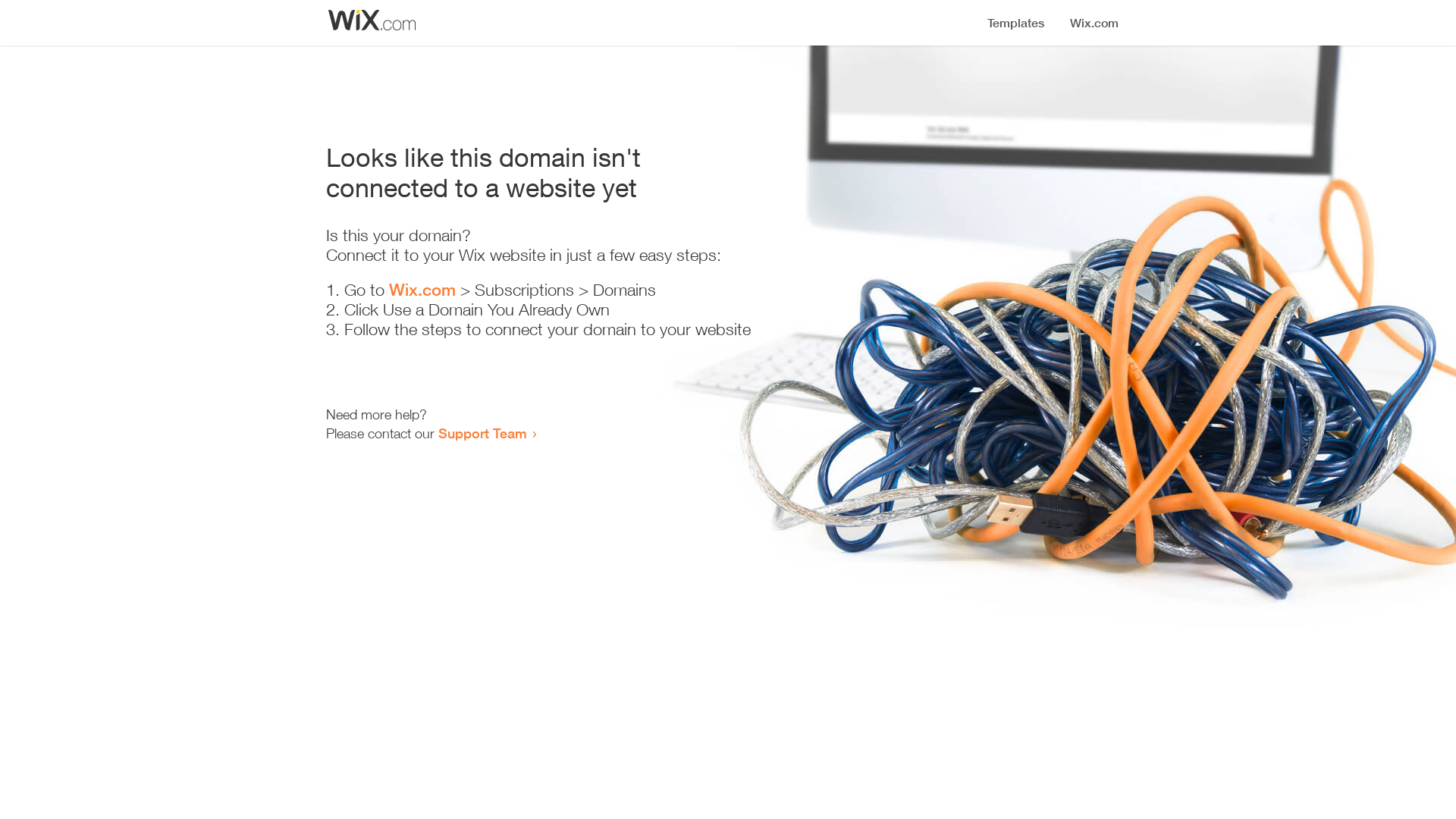 Image resolution: width=1456 pixels, height=819 pixels. Describe the element at coordinates (482, 432) in the screenshot. I see `'Support Team'` at that location.